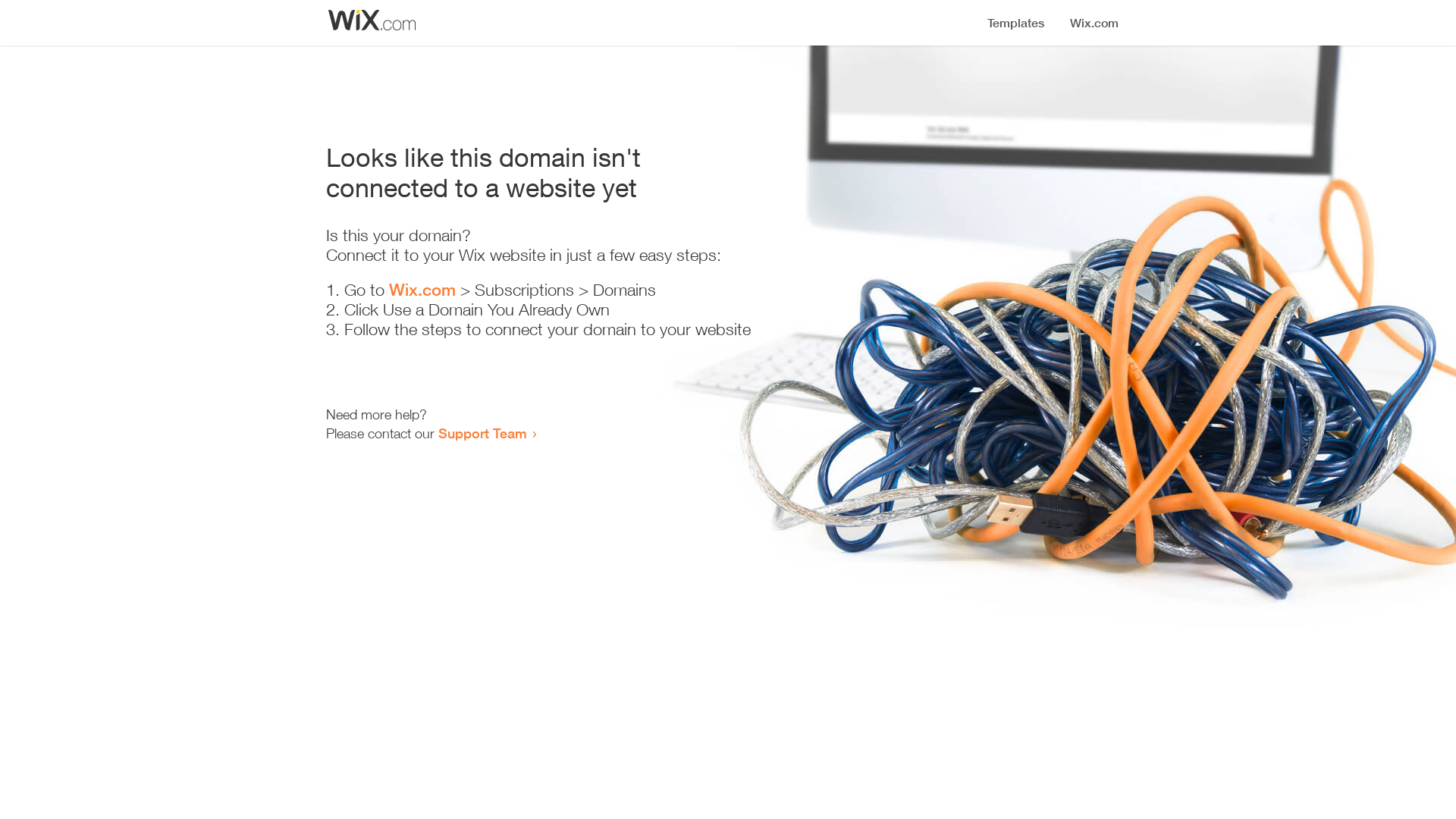 Image resolution: width=1456 pixels, height=819 pixels. Describe the element at coordinates (482, 432) in the screenshot. I see `'Support Team'` at that location.